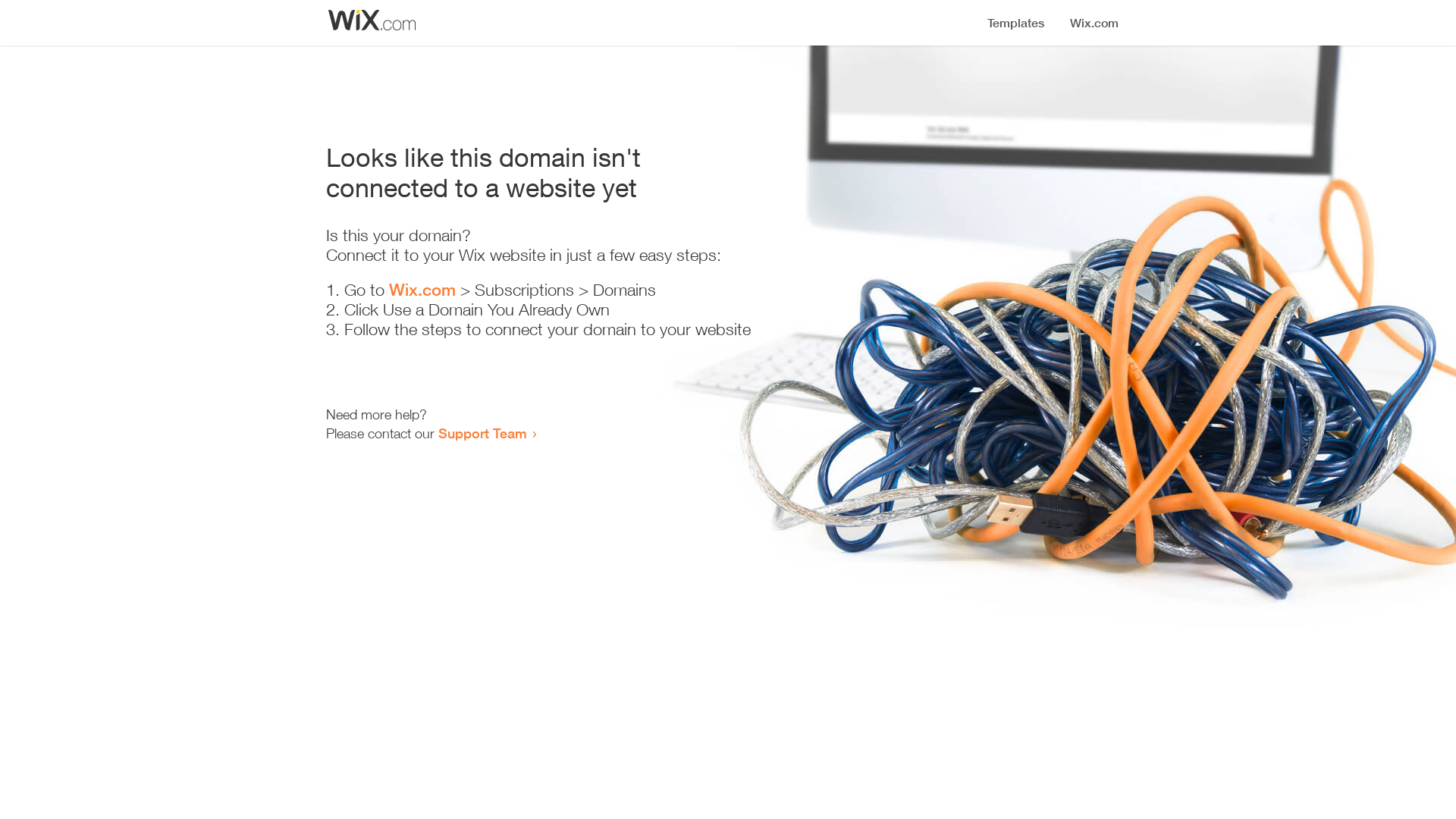 Image resolution: width=1456 pixels, height=819 pixels. Describe the element at coordinates (482, 432) in the screenshot. I see `'Support Team'` at that location.